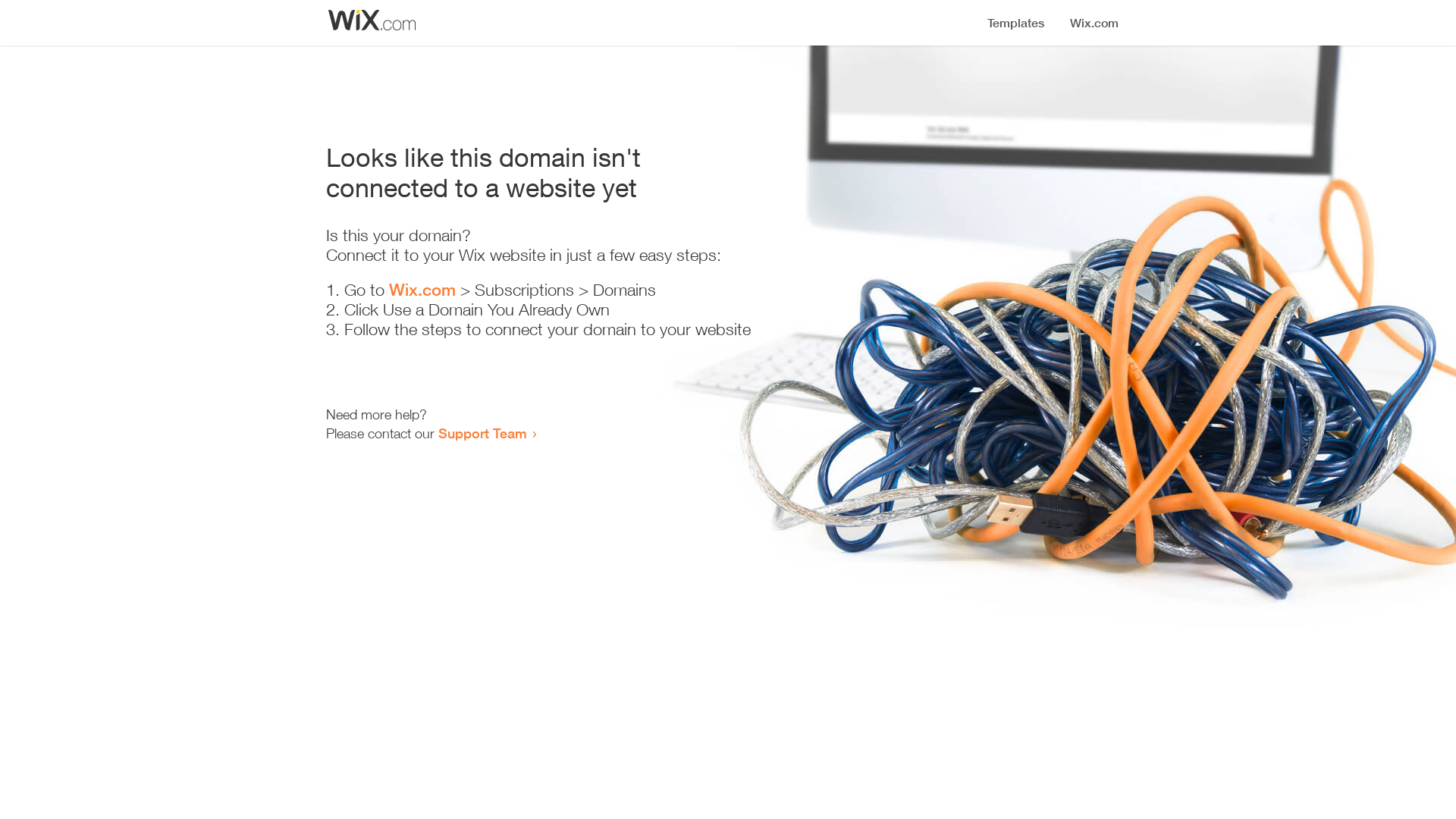 Image resolution: width=1456 pixels, height=819 pixels. Describe the element at coordinates (482, 432) in the screenshot. I see `'Support Team'` at that location.